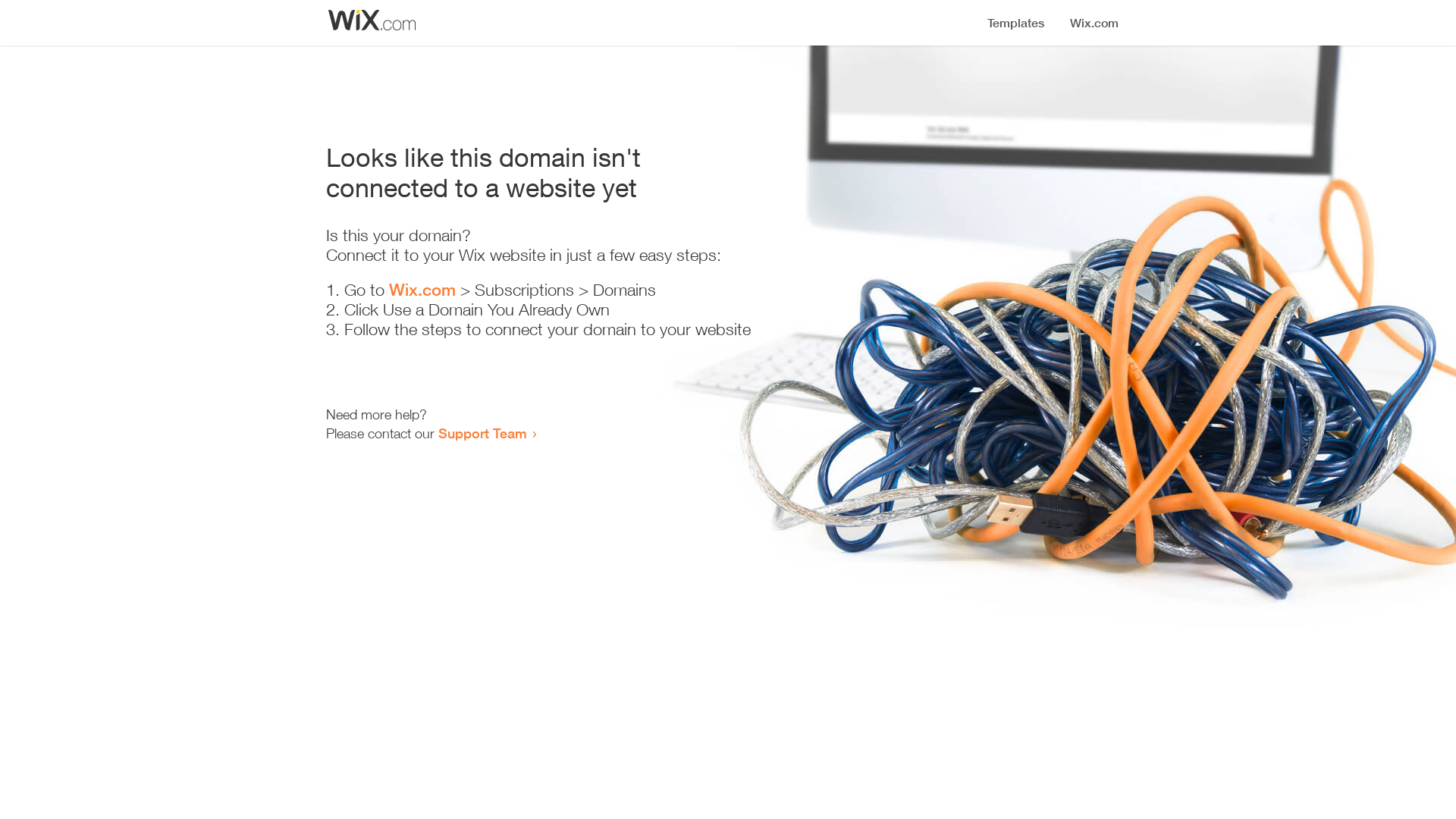 Image resolution: width=1456 pixels, height=819 pixels. Describe the element at coordinates (482, 432) in the screenshot. I see `'Support Team'` at that location.